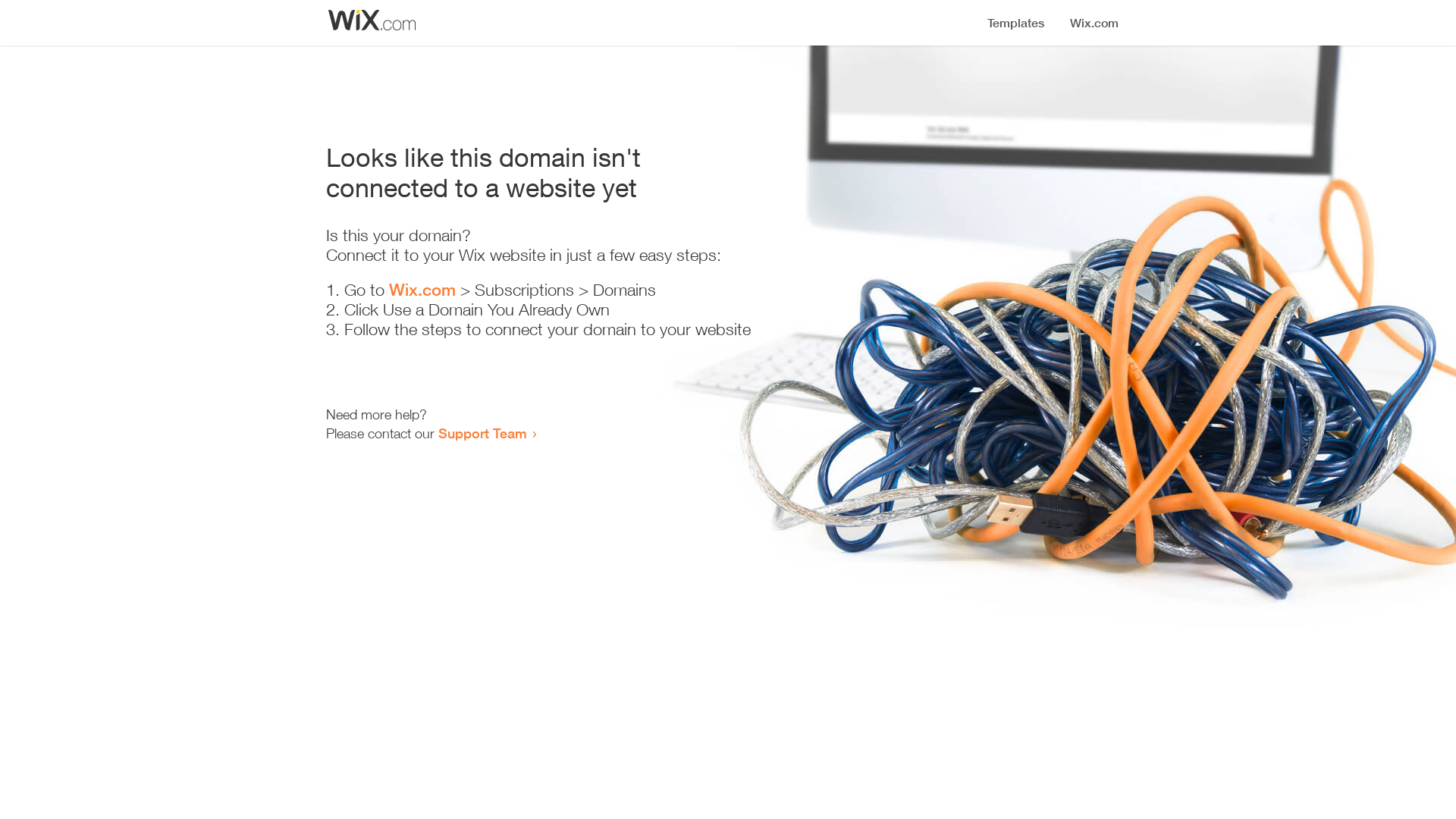 Image resolution: width=1456 pixels, height=819 pixels. Describe the element at coordinates (482, 432) in the screenshot. I see `'Support Team'` at that location.